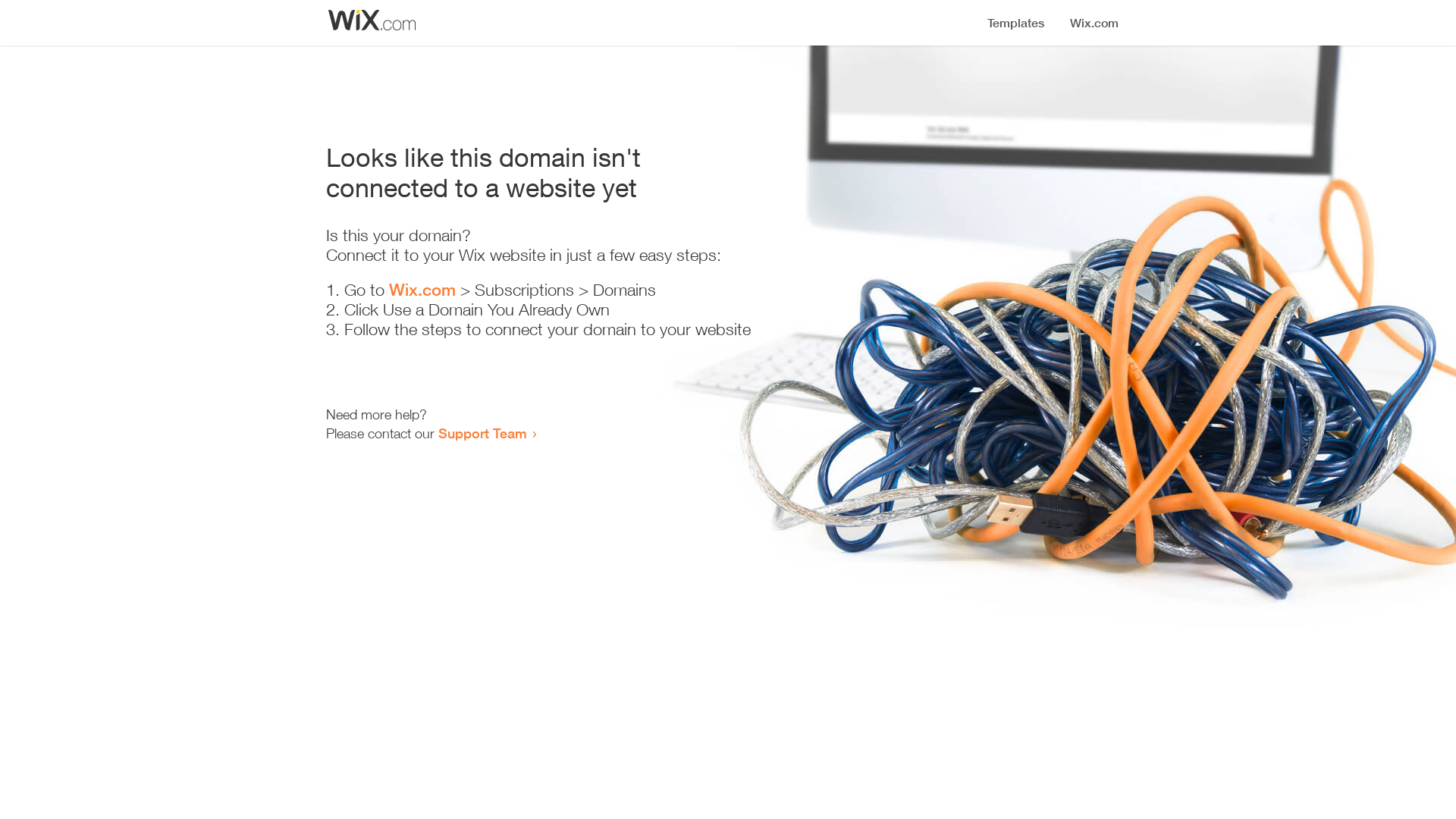 Image resolution: width=1456 pixels, height=819 pixels. Describe the element at coordinates (482, 432) in the screenshot. I see `'Support Team'` at that location.